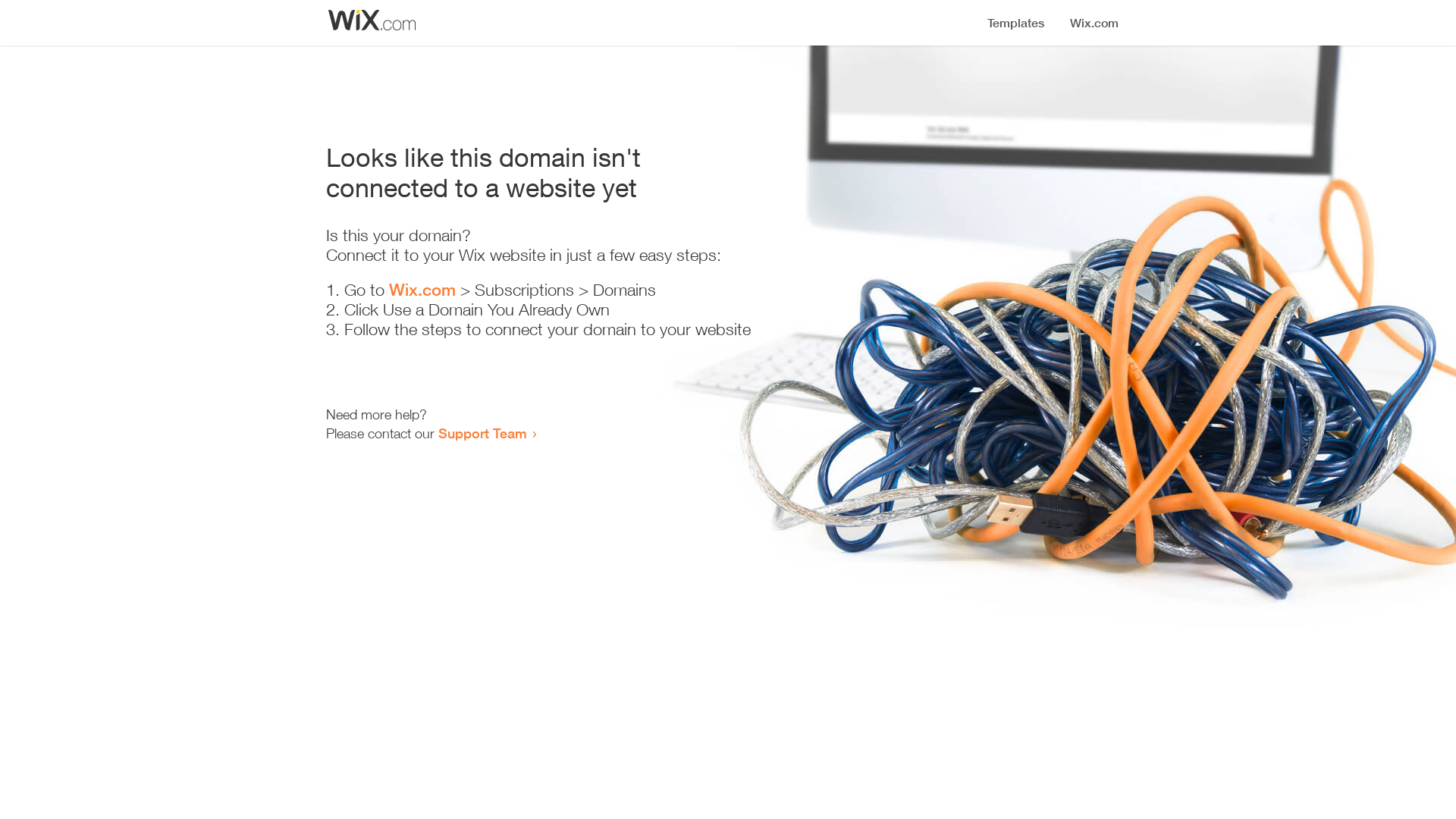 Image resolution: width=1456 pixels, height=819 pixels. Describe the element at coordinates (482, 432) in the screenshot. I see `'Support Team'` at that location.